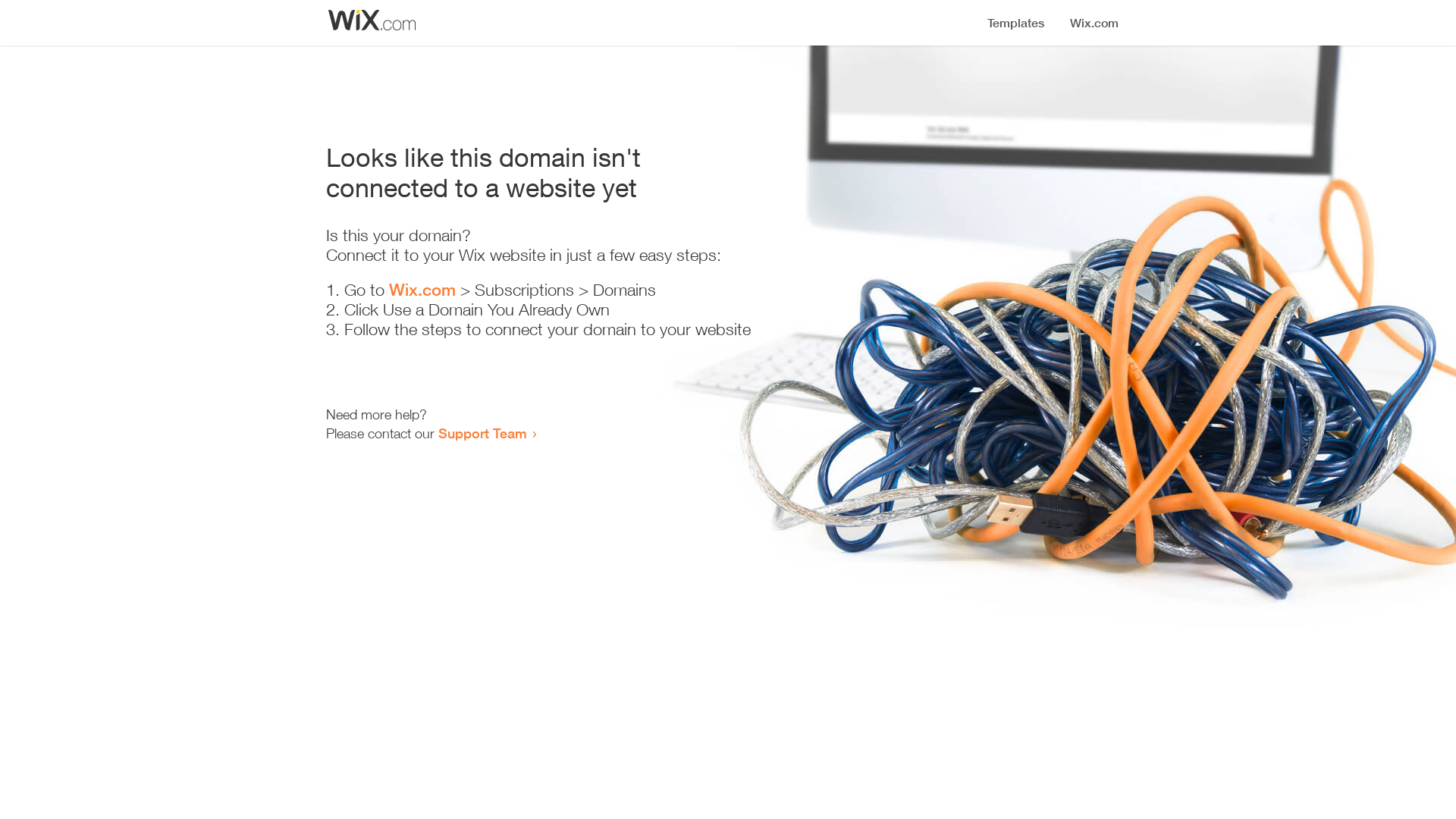 Image resolution: width=1456 pixels, height=819 pixels. Describe the element at coordinates (482, 432) in the screenshot. I see `'Support Team'` at that location.